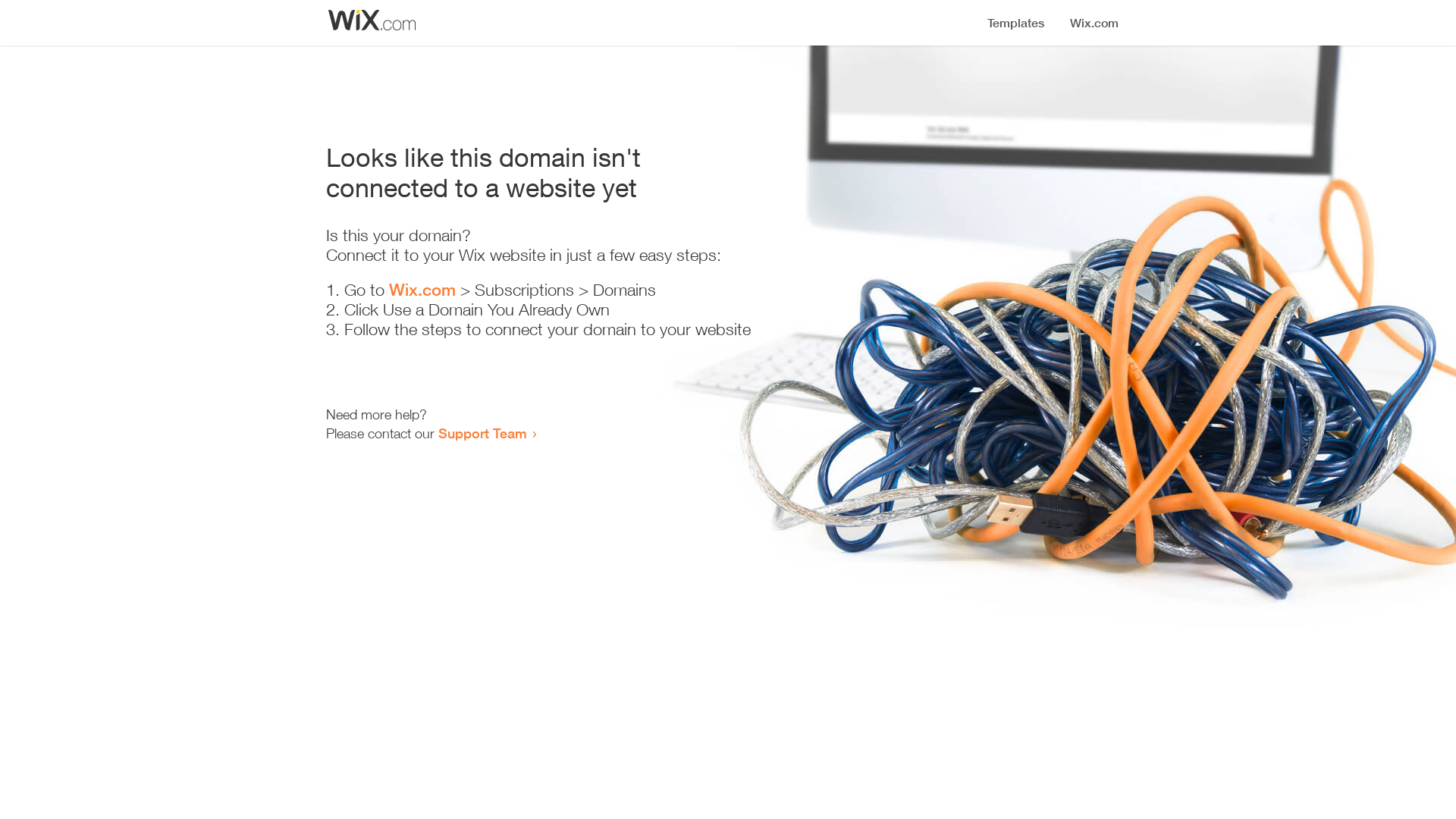 Image resolution: width=1456 pixels, height=819 pixels. Describe the element at coordinates (482, 432) in the screenshot. I see `'Support Team'` at that location.